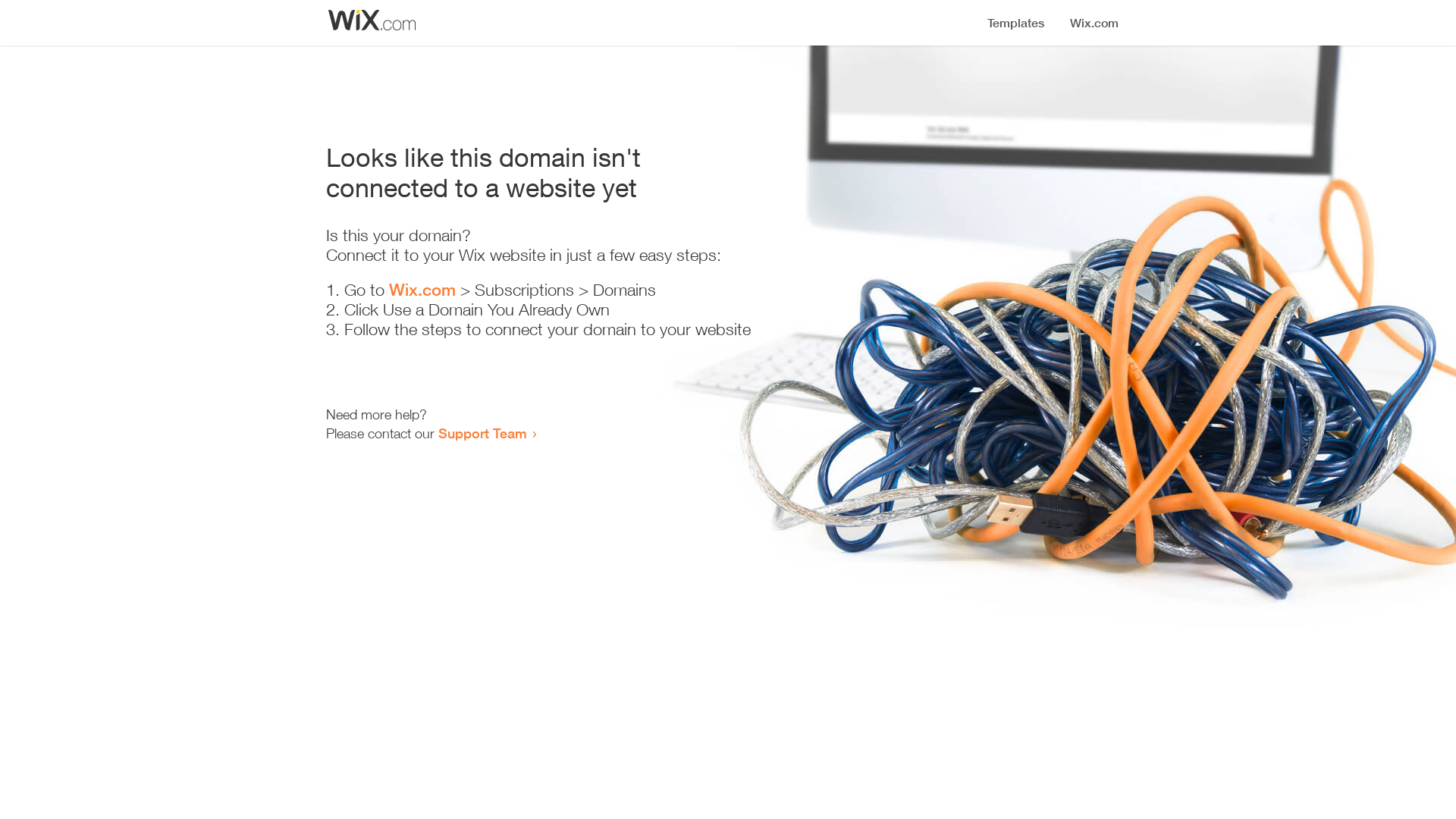 Image resolution: width=1456 pixels, height=819 pixels. Describe the element at coordinates (482, 432) in the screenshot. I see `'Support Team'` at that location.